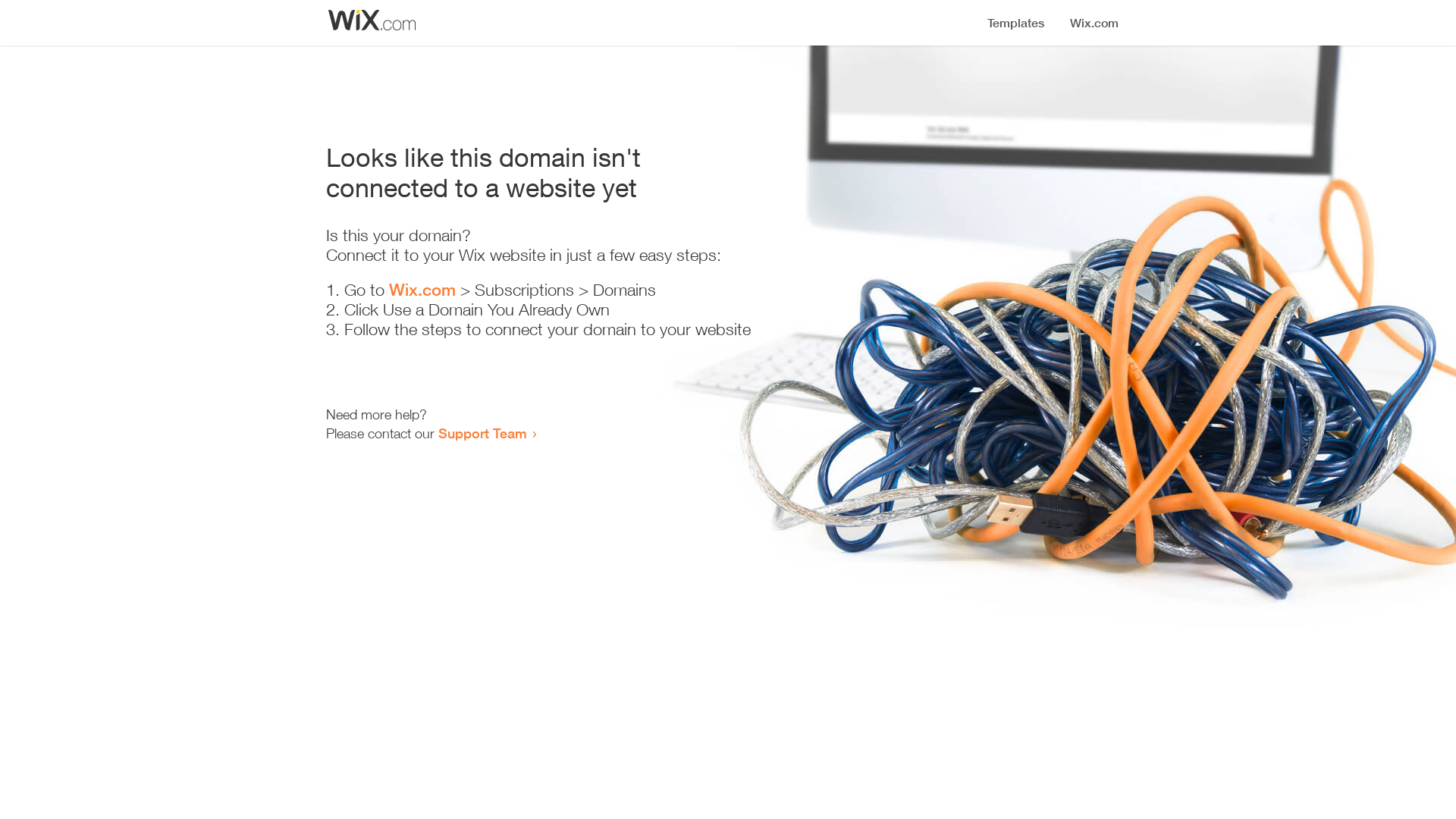 Image resolution: width=1456 pixels, height=819 pixels. Describe the element at coordinates (482, 432) in the screenshot. I see `'Support Team'` at that location.